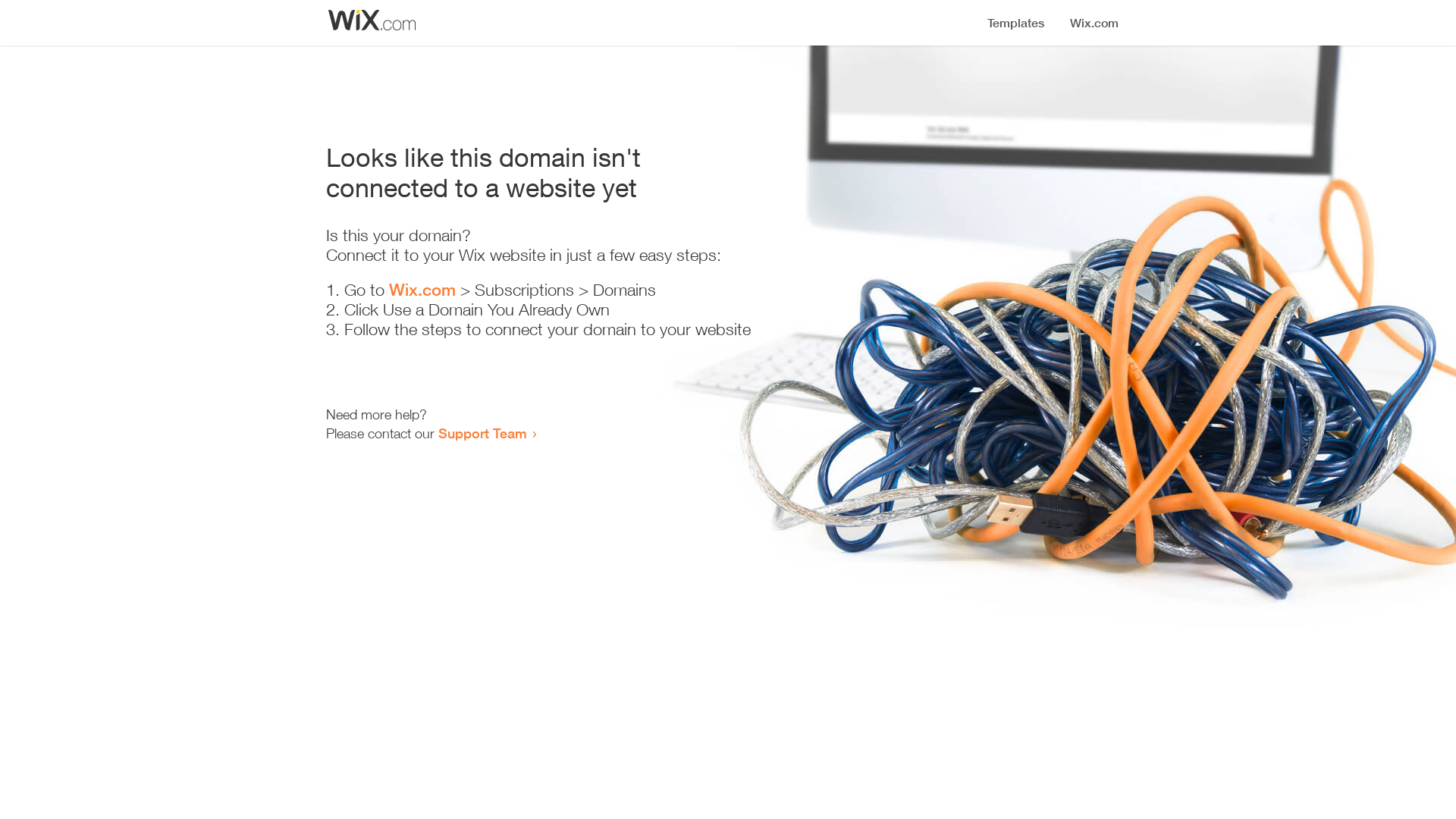 Image resolution: width=1456 pixels, height=819 pixels. Describe the element at coordinates (482, 432) in the screenshot. I see `'Support Team'` at that location.